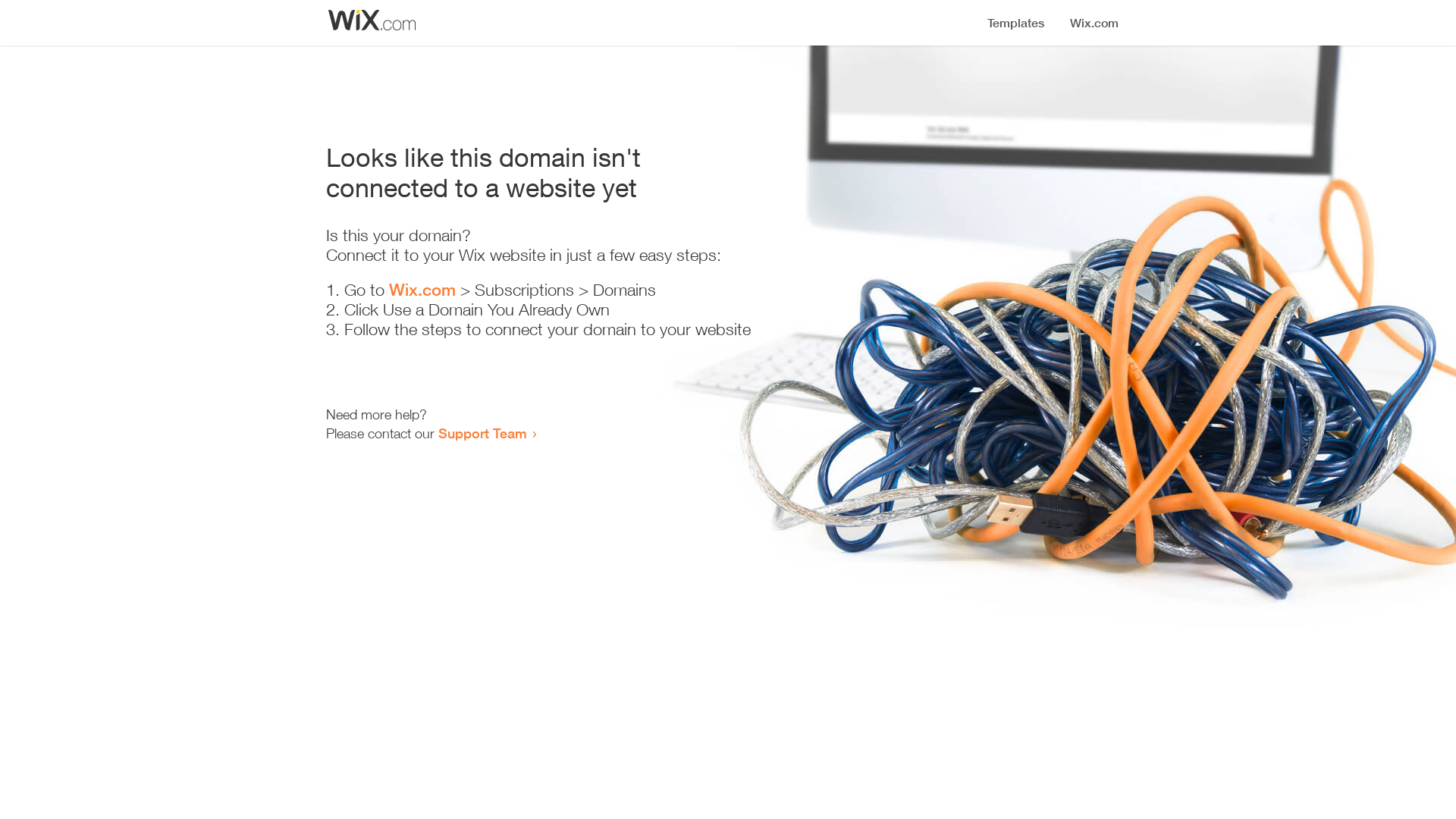 Image resolution: width=1456 pixels, height=819 pixels. Describe the element at coordinates (482, 432) in the screenshot. I see `'Support Team'` at that location.